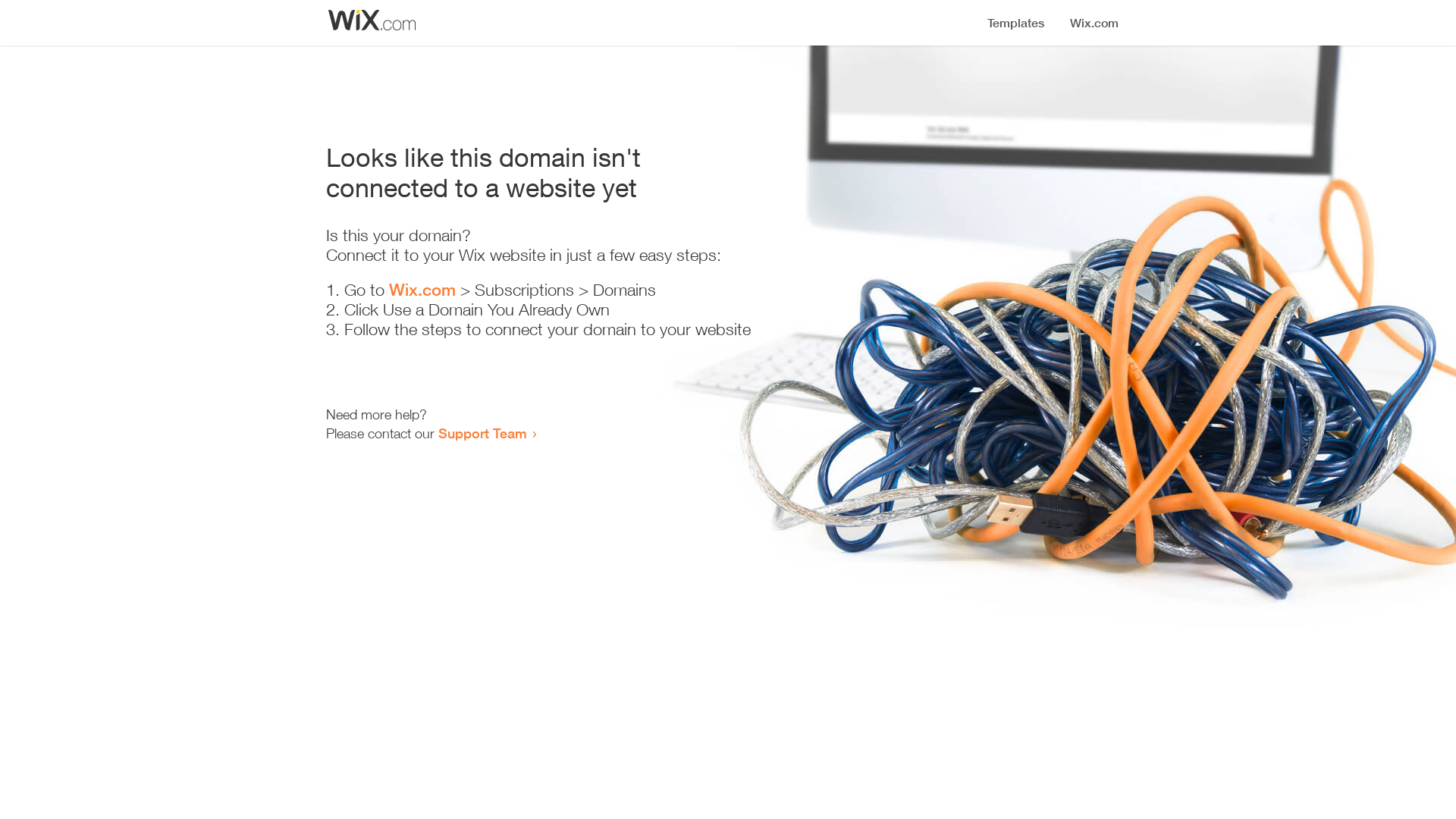 Image resolution: width=1456 pixels, height=819 pixels. Describe the element at coordinates (482, 432) in the screenshot. I see `'Support Team'` at that location.